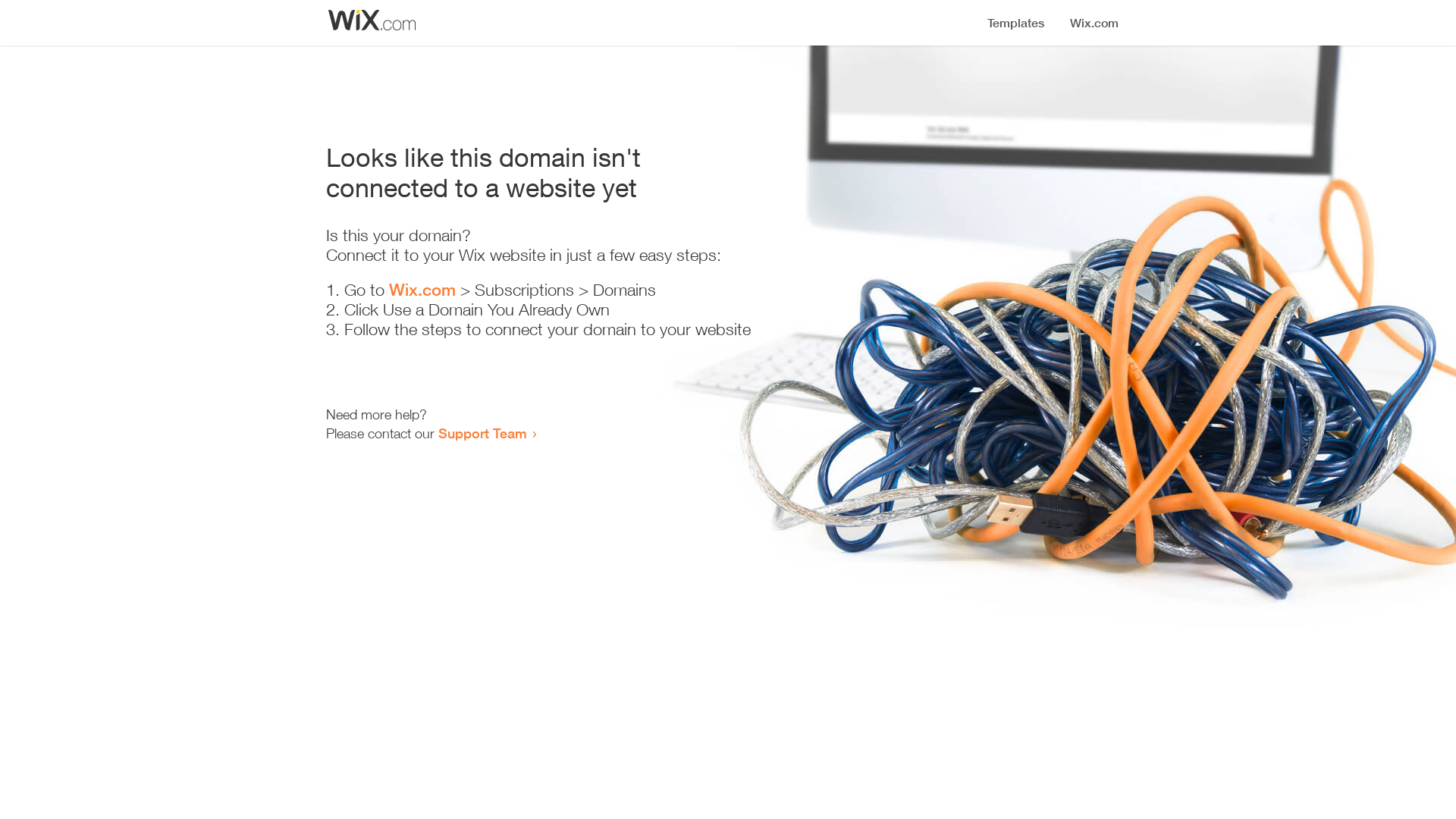 Image resolution: width=1456 pixels, height=819 pixels. Describe the element at coordinates (482, 432) in the screenshot. I see `'Support Team'` at that location.